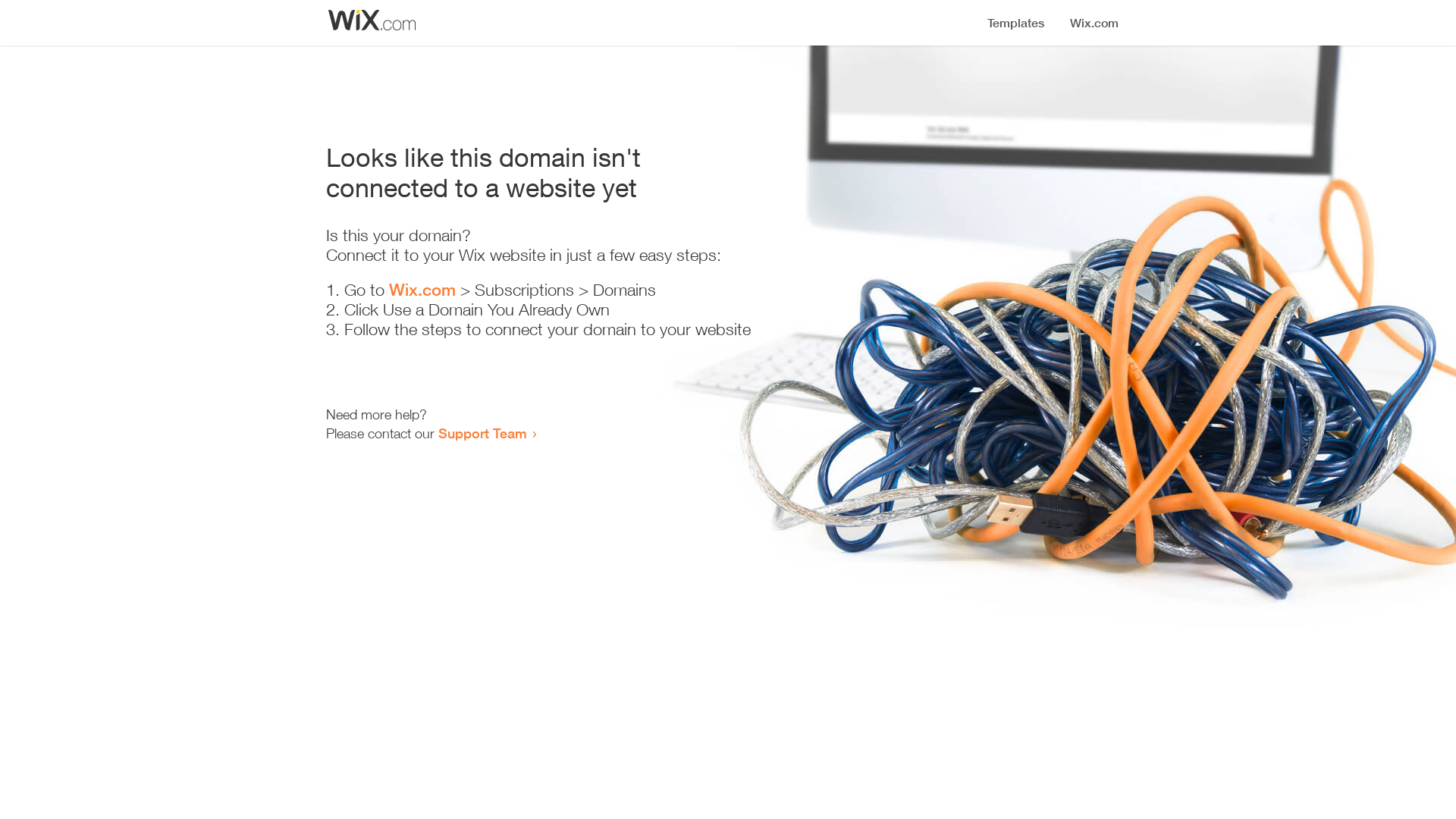 Image resolution: width=1456 pixels, height=819 pixels. Describe the element at coordinates (482, 432) in the screenshot. I see `'Support Team'` at that location.